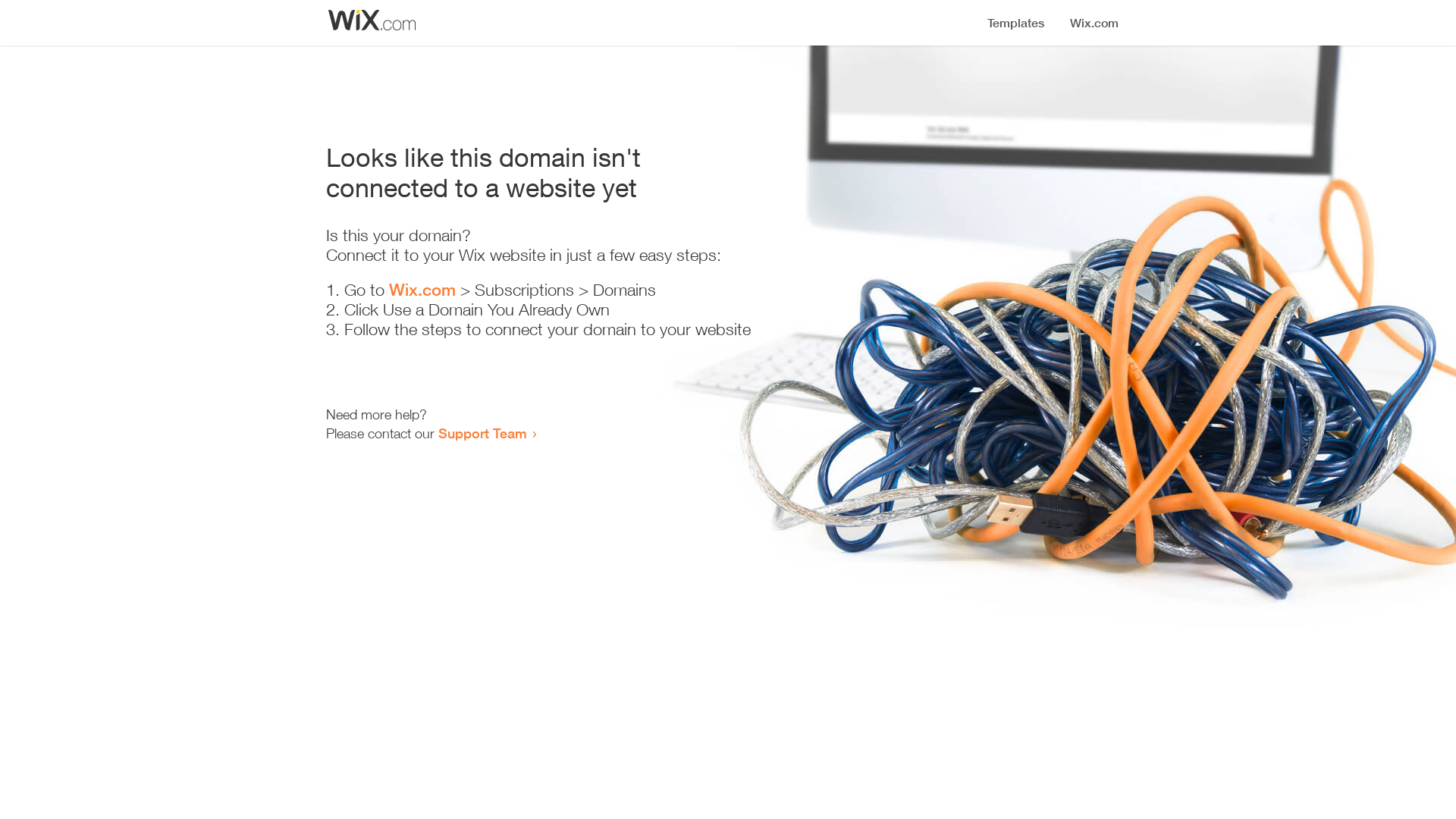 Image resolution: width=1456 pixels, height=819 pixels. Describe the element at coordinates (482, 432) in the screenshot. I see `'Support Team'` at that location.